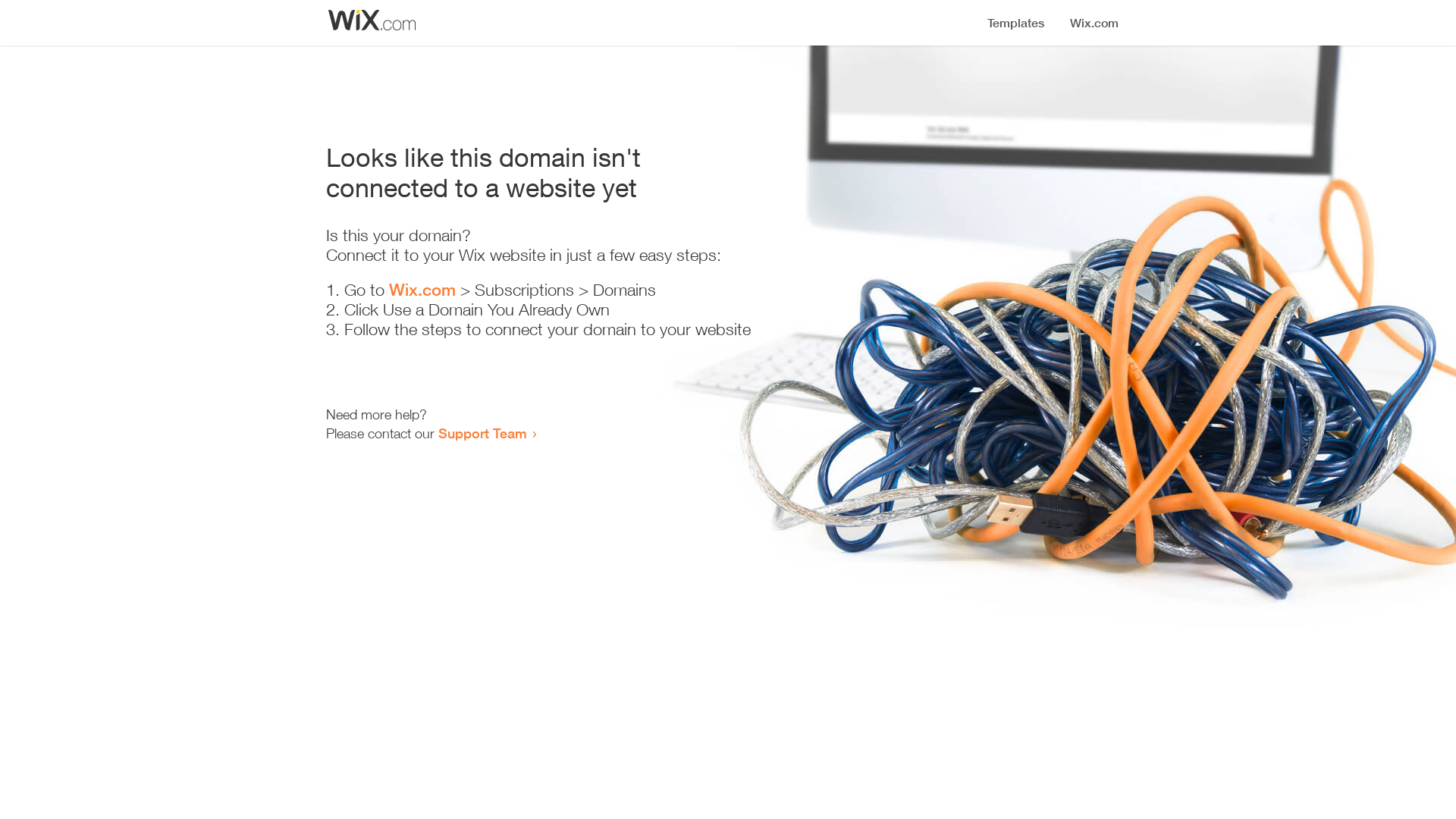 Image resolution: width=1456 pixels, height=819 pixels. Describe the element at coordinates (482, 432) in the screenshot. I see `'Support Team'` at that location.